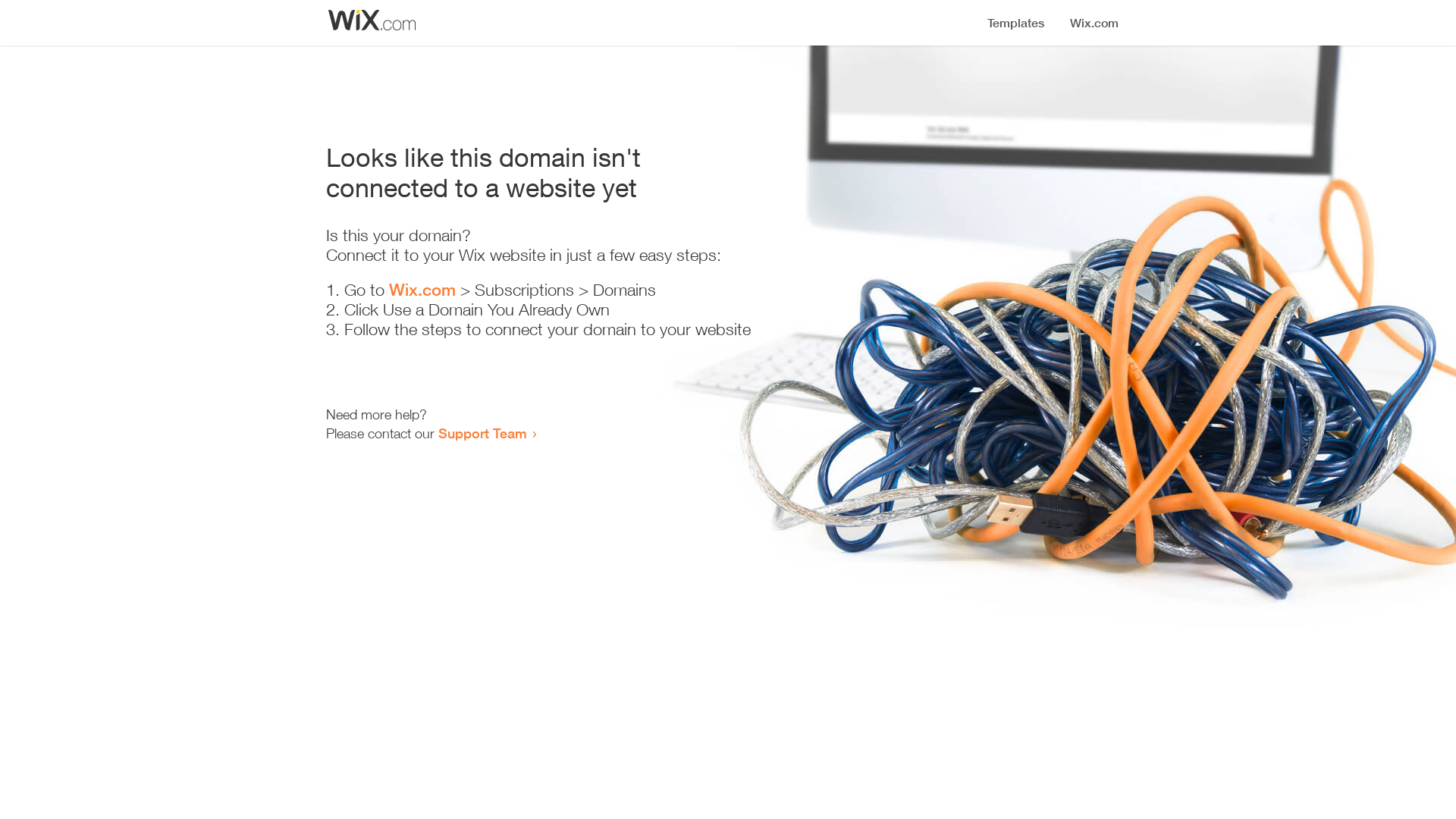 Image resolution: width=1456 pixels, height=819 pixels. Describe the element at coordinates (482, 432) in the screenshot. I see `'Support Team'` at that location.